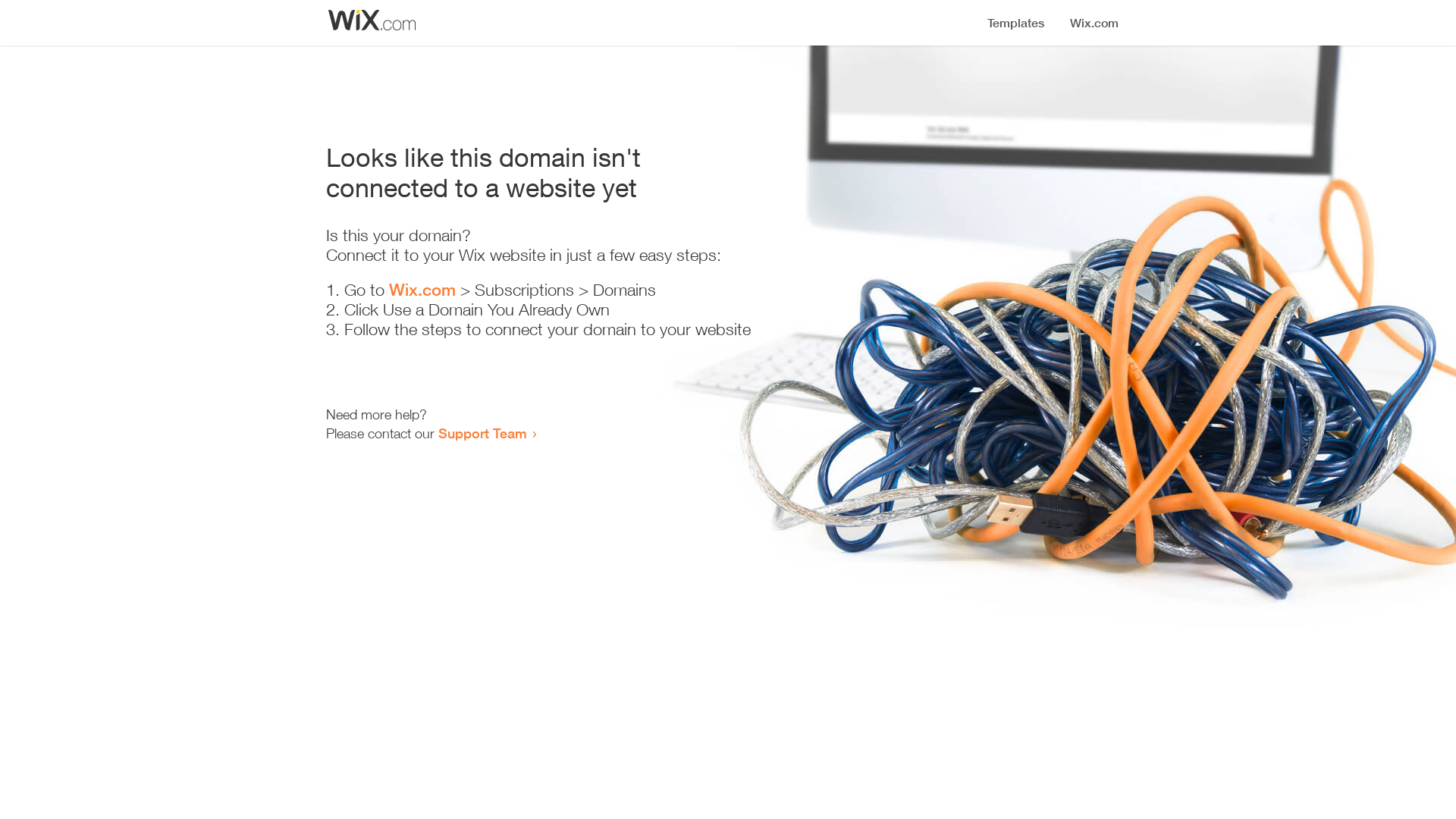 Image resolution: width=1456 pixels, height=819 pixels. Describe the element at coordinates (482, 432) in the screenshot. I see `'Support Team'` at that location.